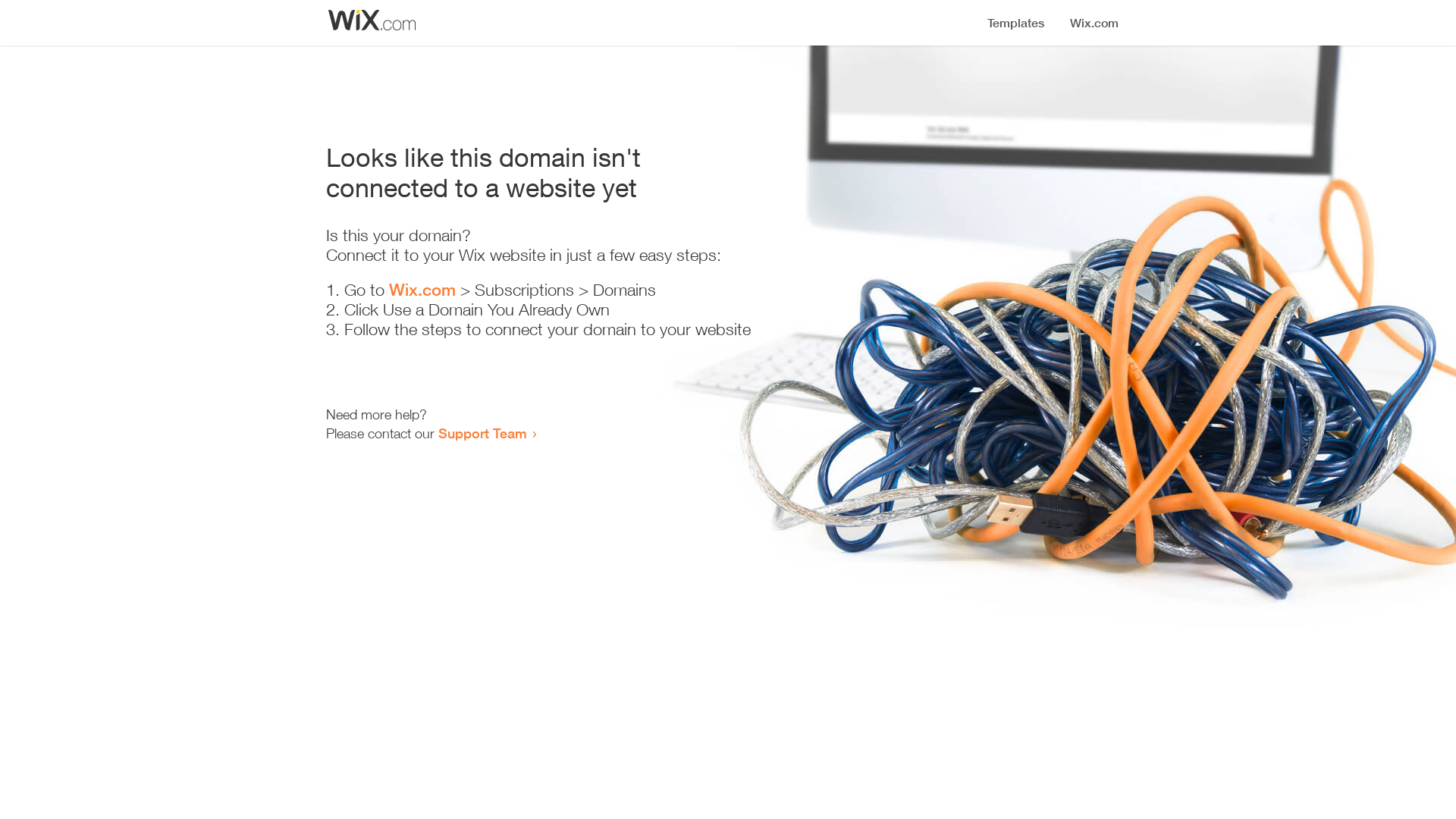 Image resolution: width=1456 pixels, height=819 pixels. Describe the element at coordinates (482, 432) in the screenshot. I see `'Support Team'` at that location.